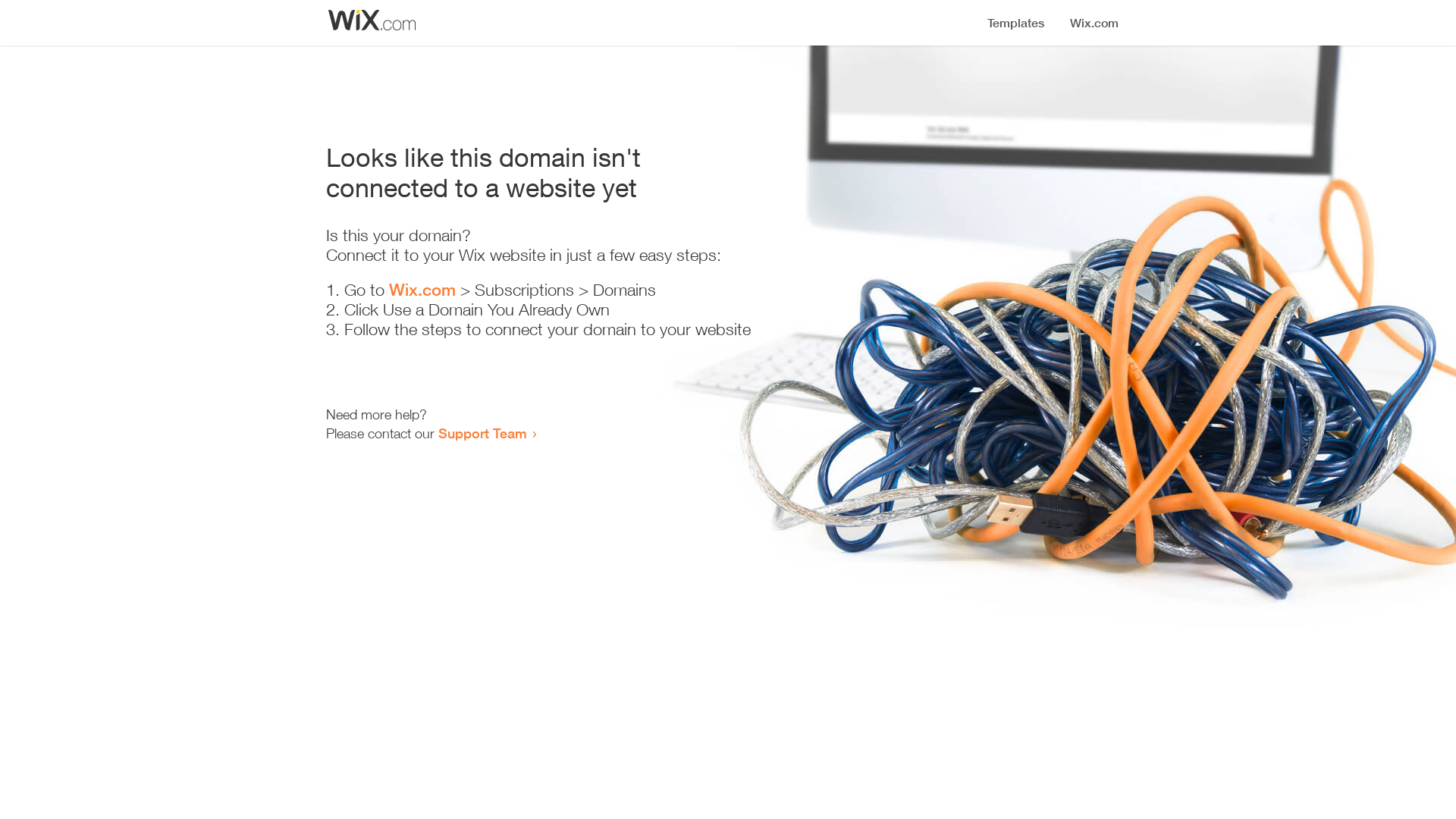 Image resolution: width=1456 pixels, height=819 pixels. Describe the element at coordinates (482, 432) in the screenshot. I see `'Support Team'` at that location.